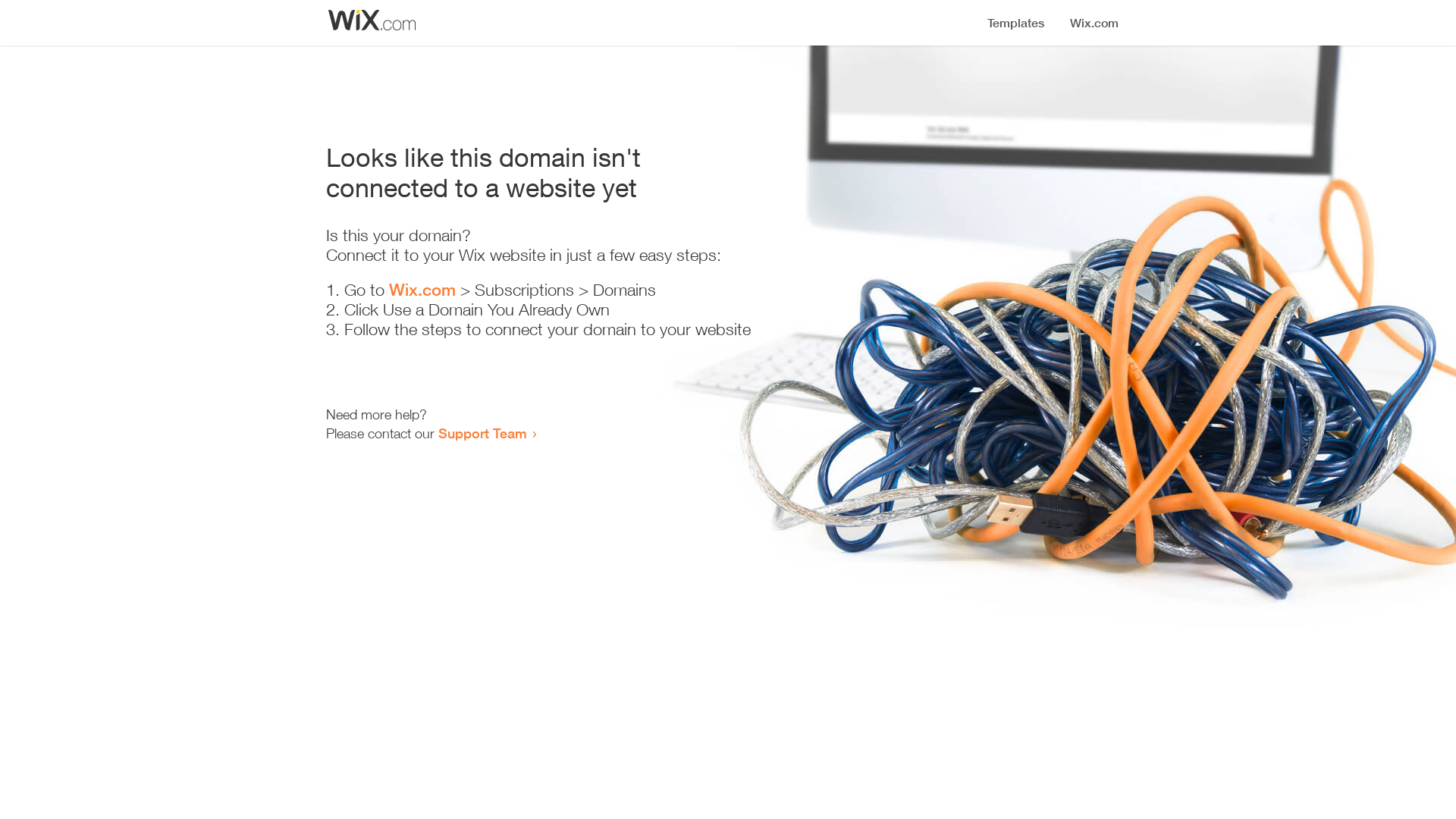 Image resolution: width=1456 pixels, height=819 pixels. Describe the element at coordinates (482, 432) in the screenshot. I see `'Support Team'` at that location.